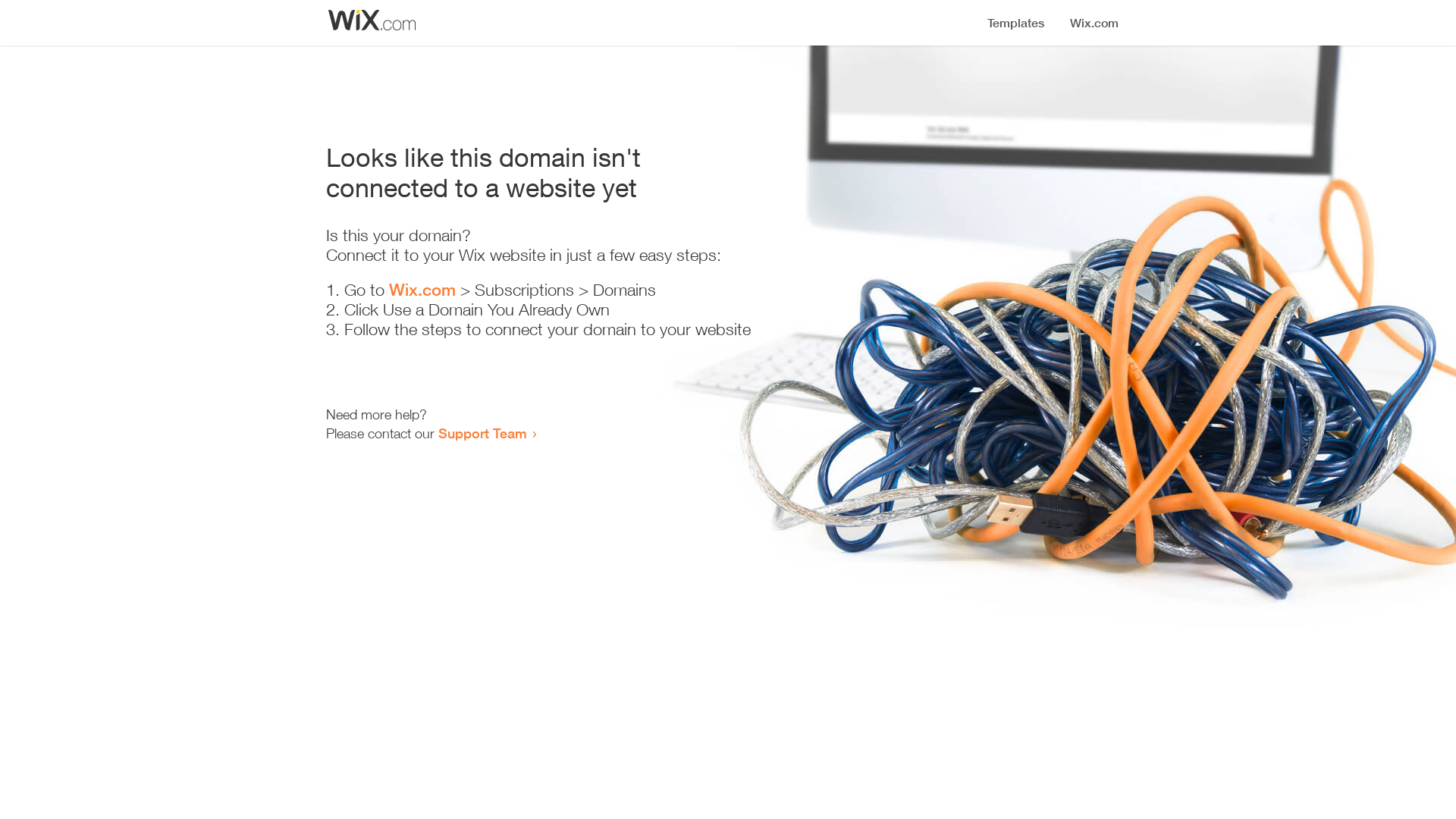 Image resolution: width=1456 pixels, height=819 pixels. Describe the element at coordinates (482, 432) in the screenshot. I see `'Support Team'` at that location.